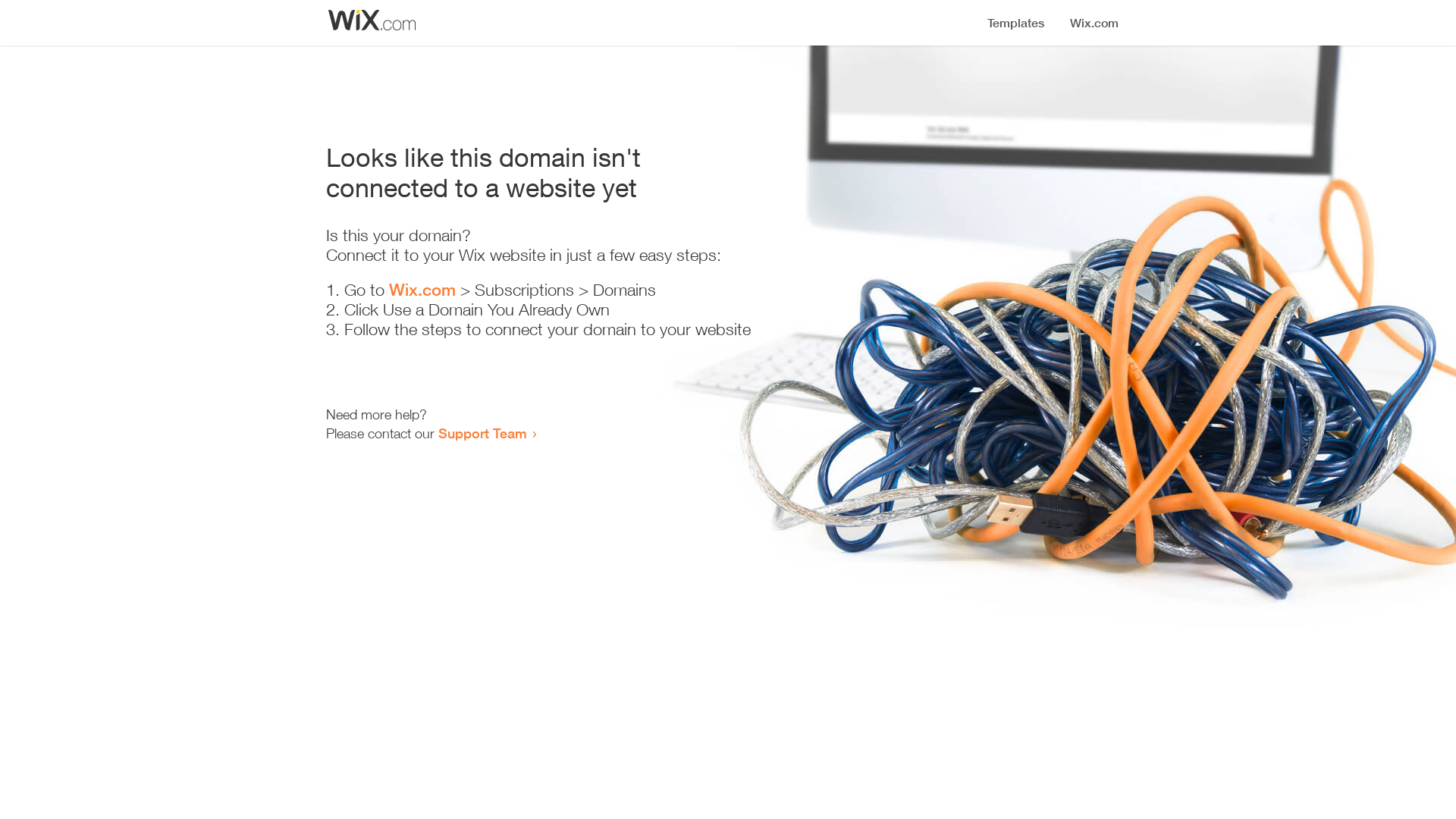 Image resolution: width=1456 pixels, height=819 pixels. Describe the element at coordinates (482, 432) in the screenshot. I see `'Support Team'` at that location.